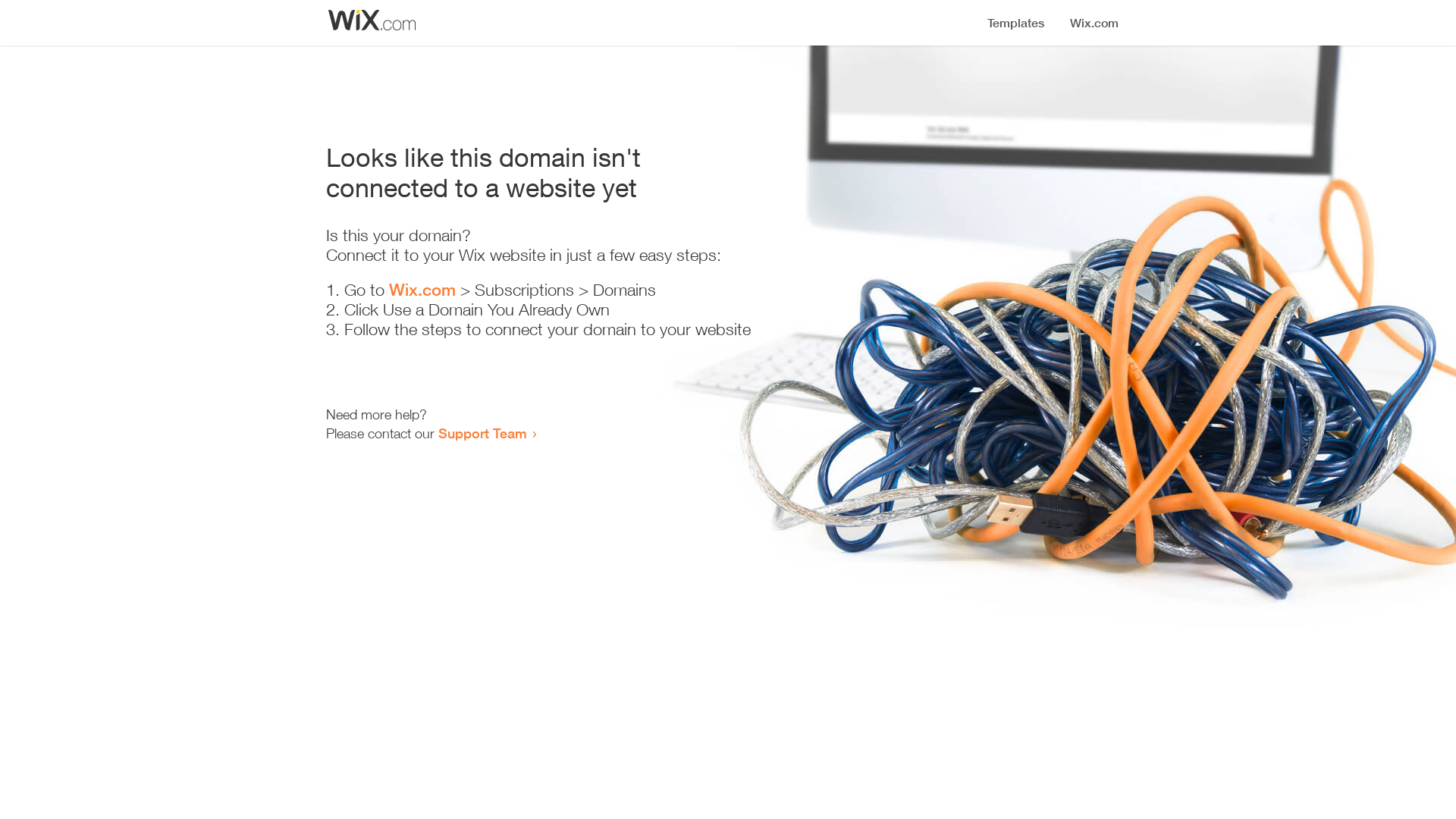 Image resolution: width=1456 pixels, height=819 pixels. Describe the element at coordinates (482, 432) in the screenshot. I see `'Support Team'` at that location.